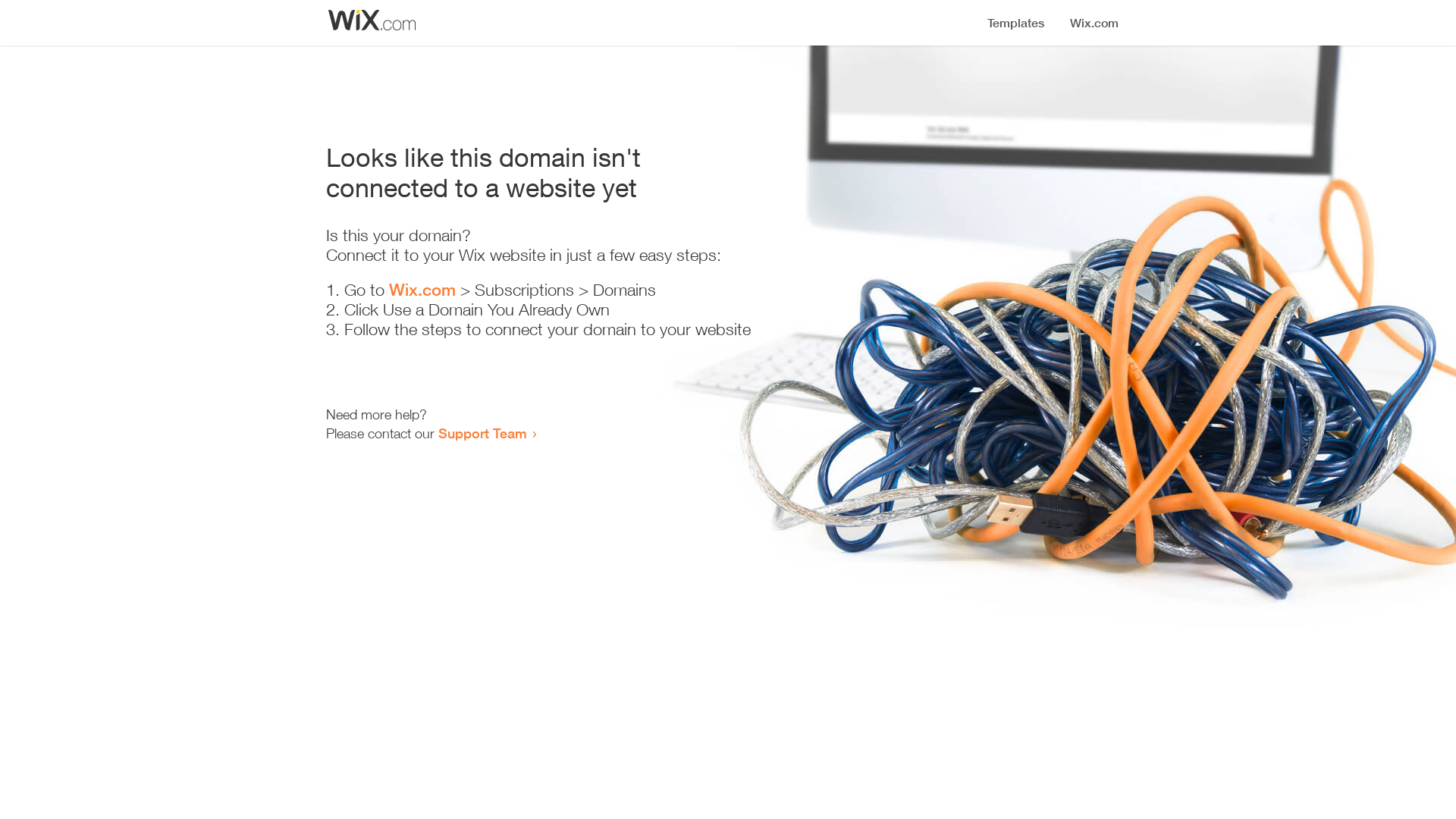 Image resolution: width=1456 pixels, height=819 pixels. Describe the element at coordinates (482, 432) in the screenshot. I see `'Support Team'` at that location.